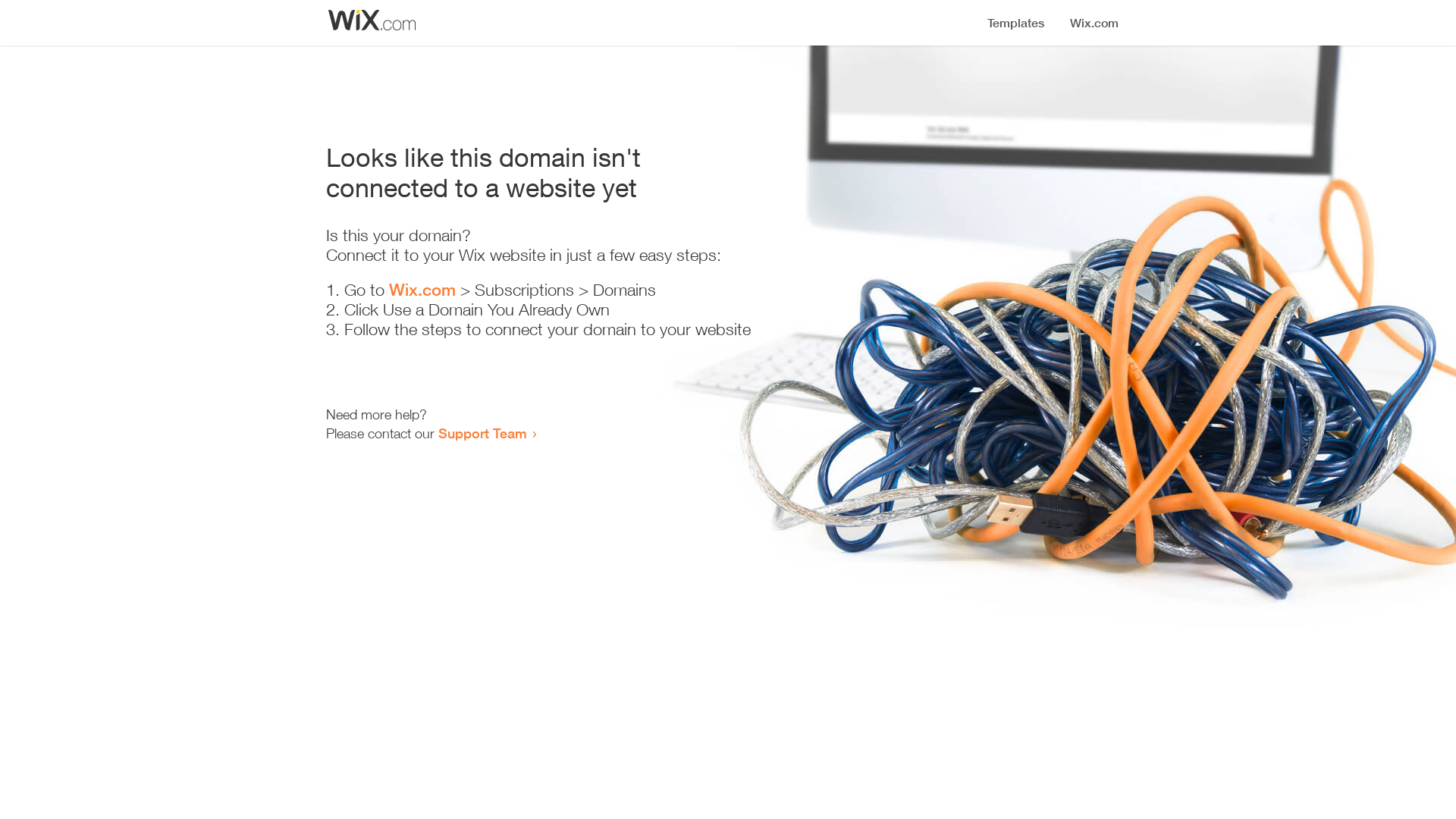 Image resolution: width=1456 pixels, height=819 pixels. Describe the element at coordinates (482, 432) in the screenshot. I see `'Support Team'` at that location.